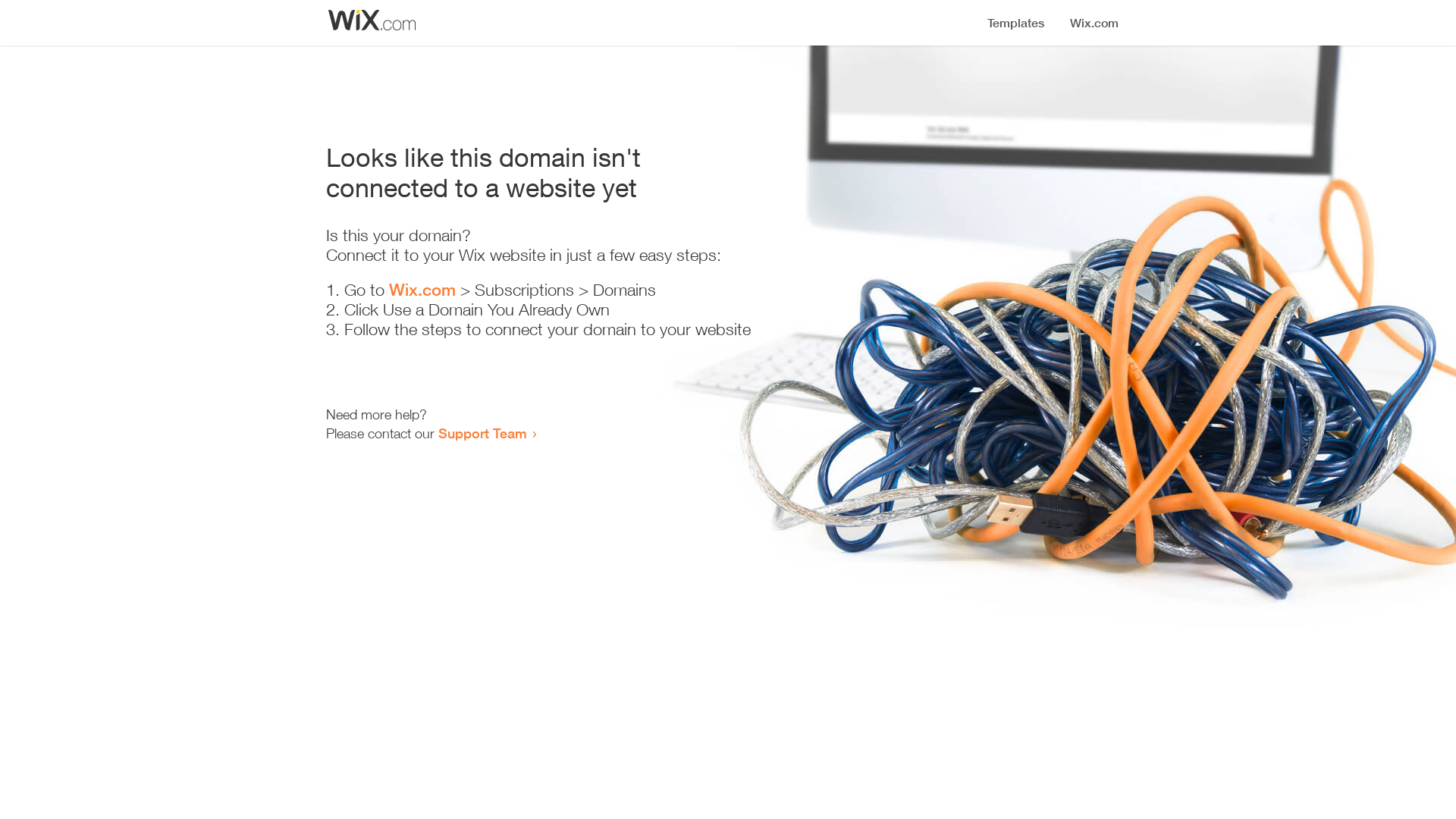 Image resolution: width=1456 pixels, height=819 pixels. Describe the element at coordinates (482, 432) in the screenshot. I see `'Support Team'` at that location.